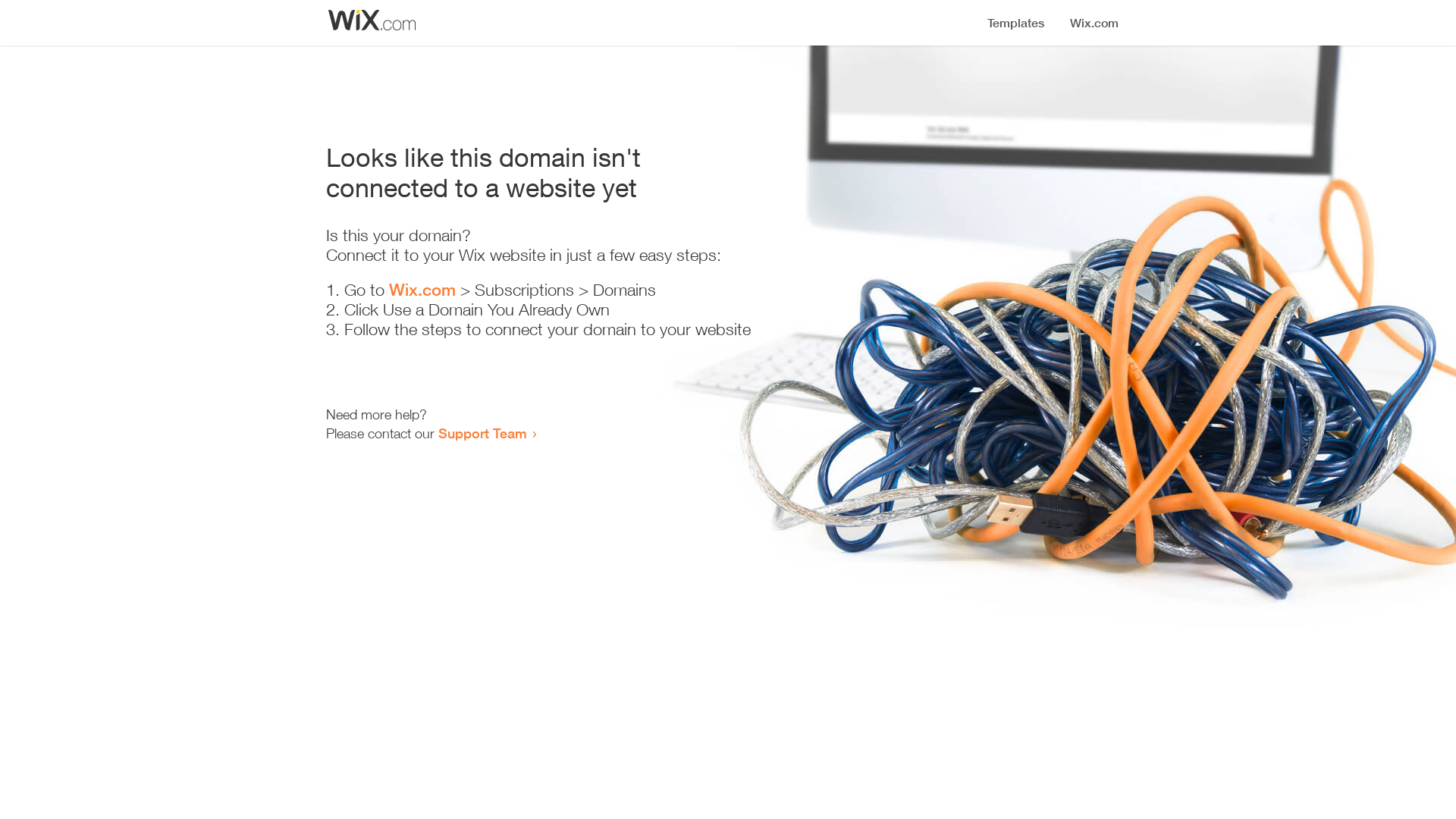 Image resolution: width=1456 pixels, height=819 pixels. Describe the element at coordinates (482, 432) in the screenshot. I see `'Support Team'` at that location.